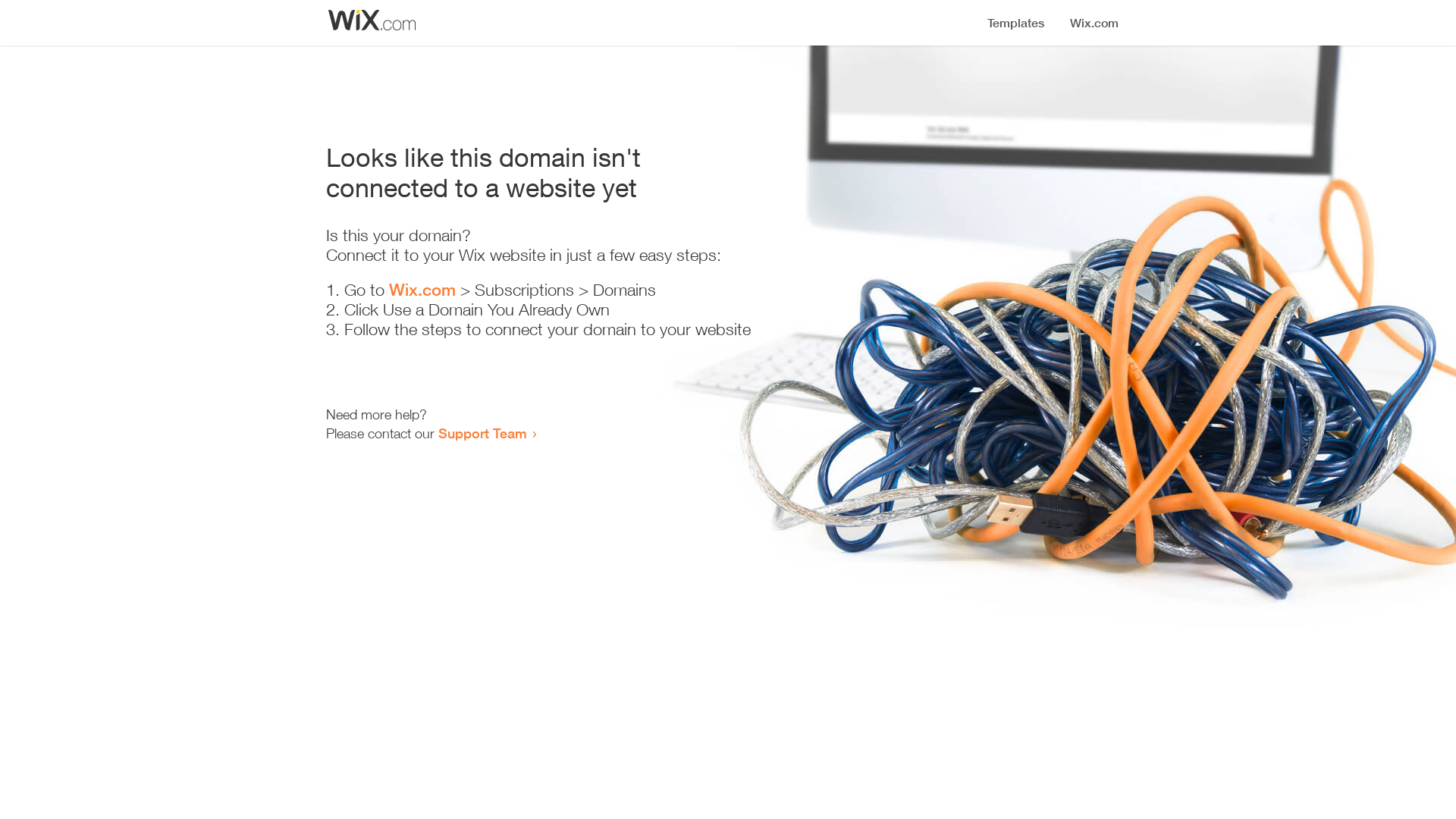 Image resolution: width=1456 pixels, height=819 pixels. Describe the element at coordinates (482, 432) in the screenshot. I see `'Support Team'` at that location.